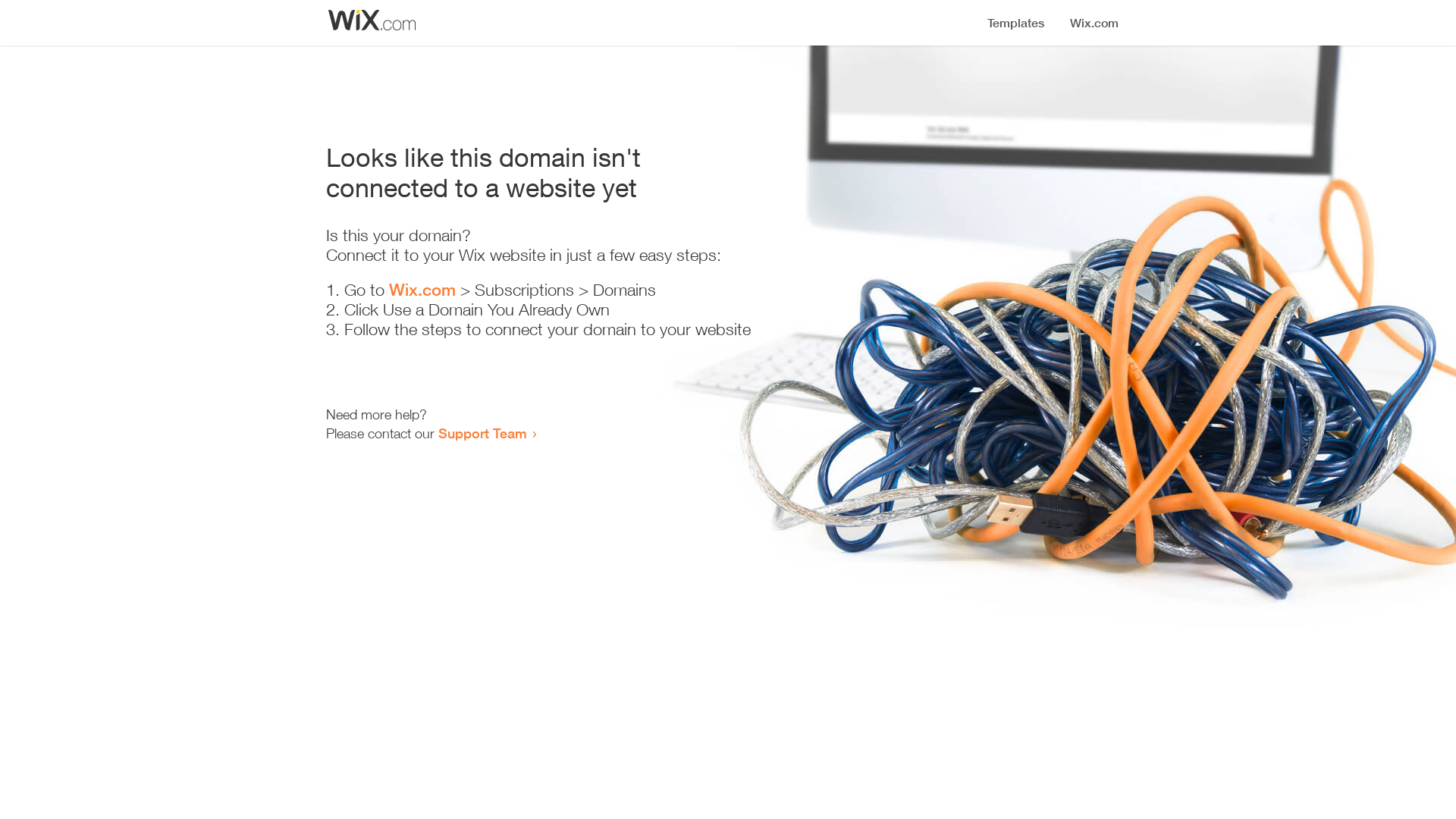 Image resolution: width=1456 pixels, height=819 pixels. Describe the element at coordinates (482, 432) in the screenshot. I see `'Support Team'` at that location.